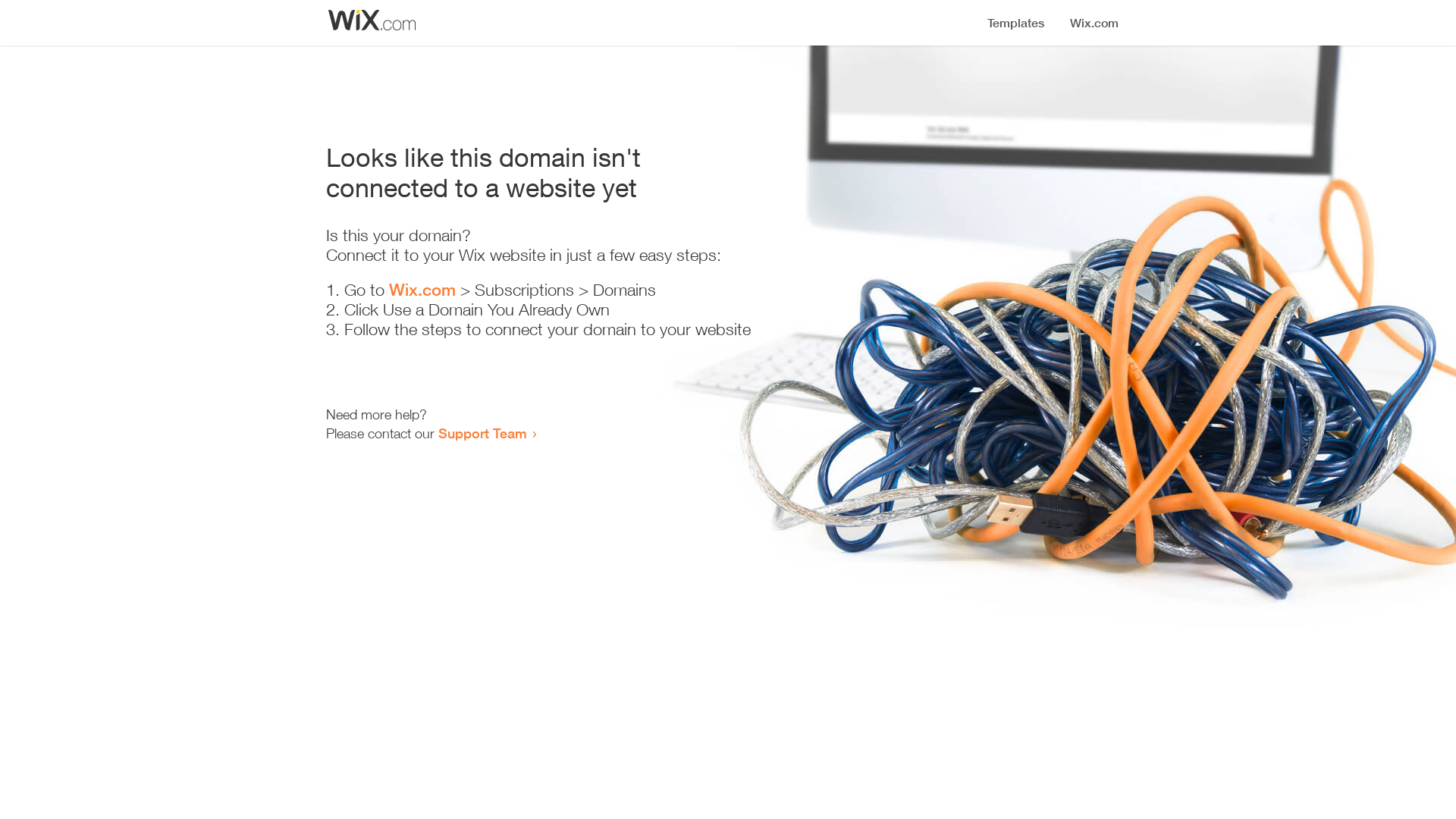 Image resolution: width=1456 pixels, height=819 pixels. Describe the element at coordinates (482, 432) in the screenshot. I see `'Support Team'` at that location.